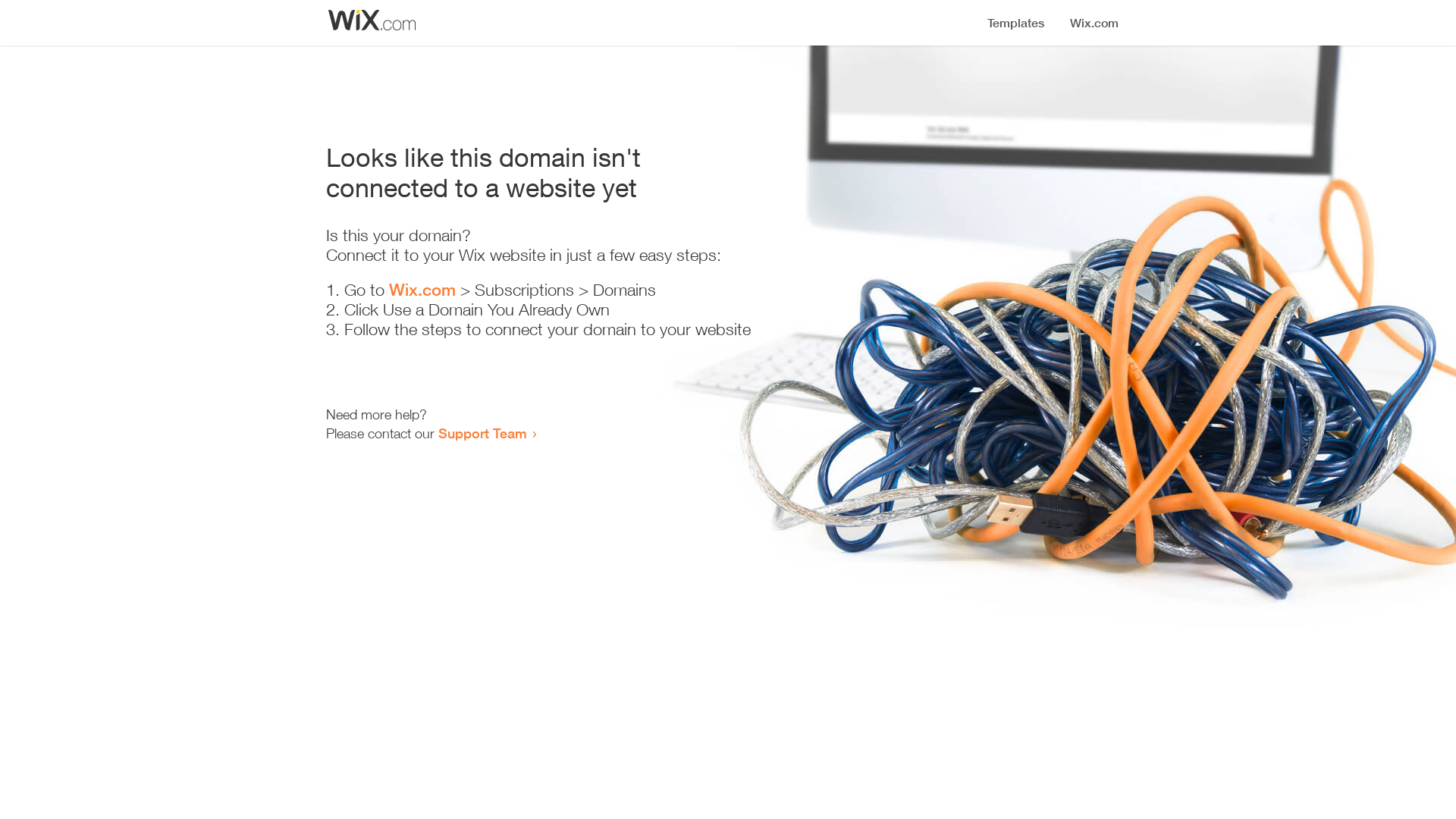 Image resolution: width=1456 pixels, height=819 pixels. Describe the element at coordinates (482, 432) in the screenshot. I see `'Support Team'` at that location.